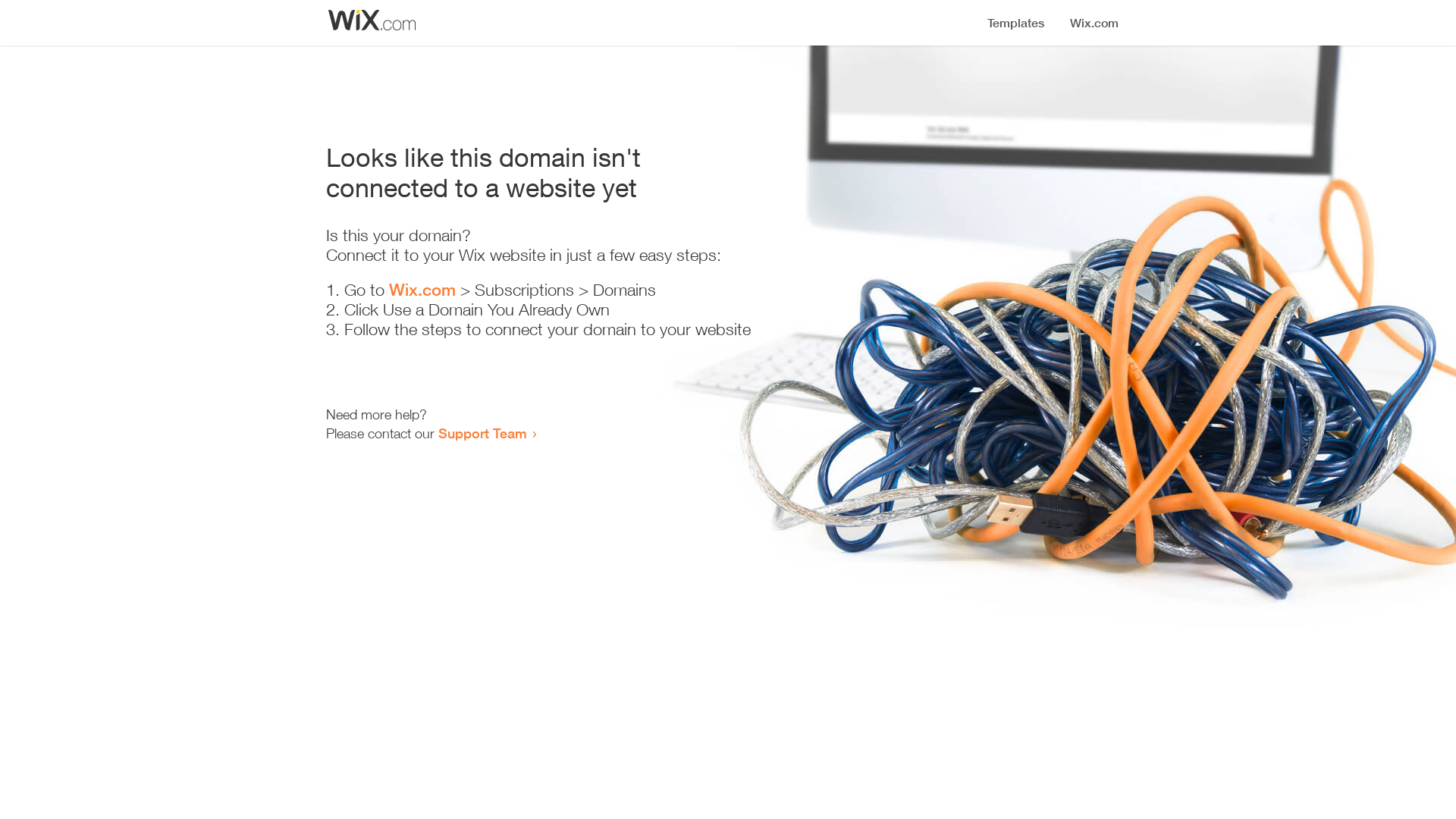 Image resolution: width=1456 pixels, height=819 pixels. Describe the element at coordinates (482, 432) in the screenshot. I see `'Support Team'` at that location.